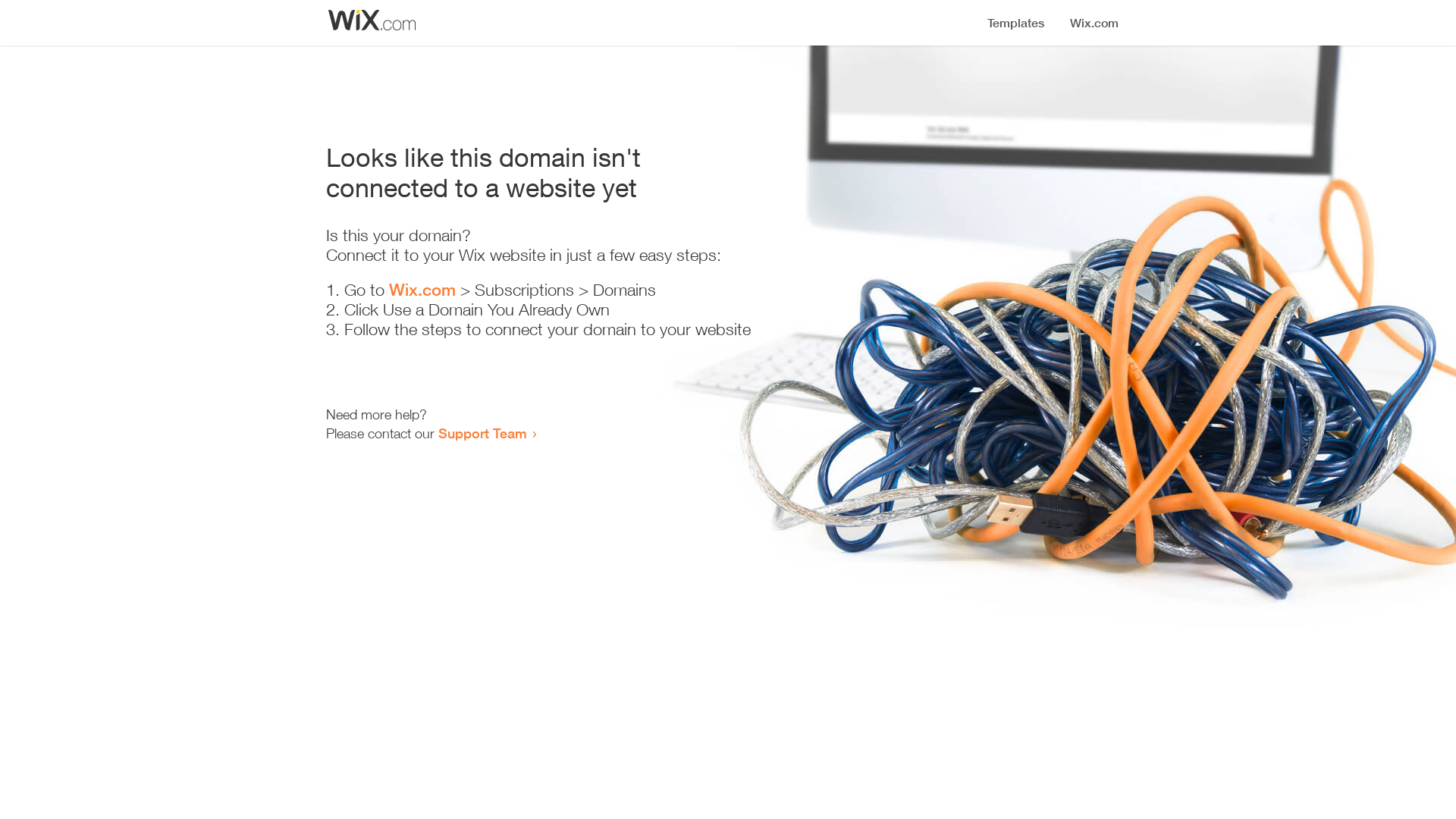 Image resolution: width=1456 pixels, height=819 pixels. Describe the element at coordinates (482, 432) in the screenshot. I see `'Support Team'` at that location.